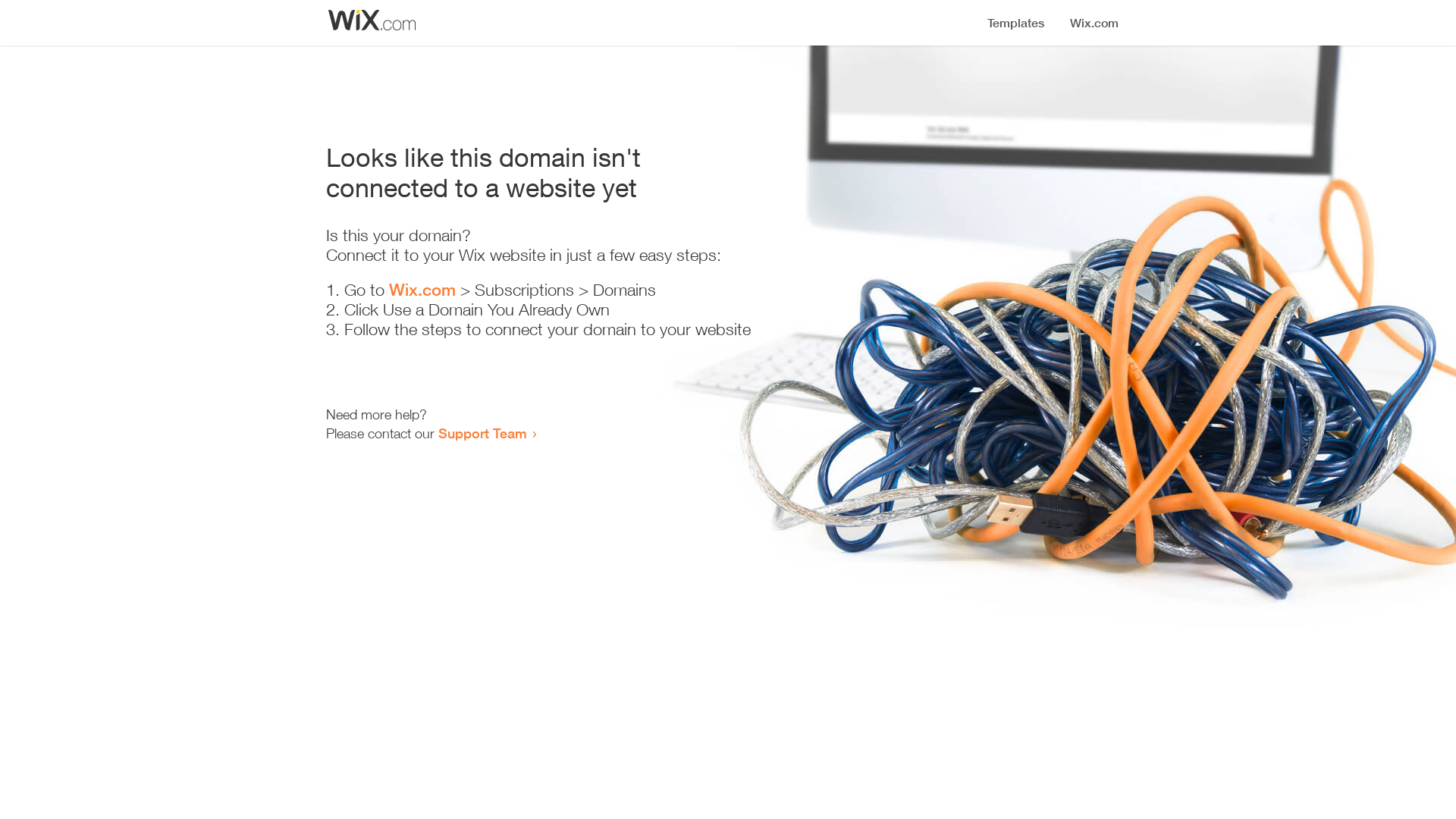 Image resolution: width=1456 pixels, height=819 pixels. Describe the element at coordinates (482, 432) in the screenshot. I see `'Support Team'` at that location.